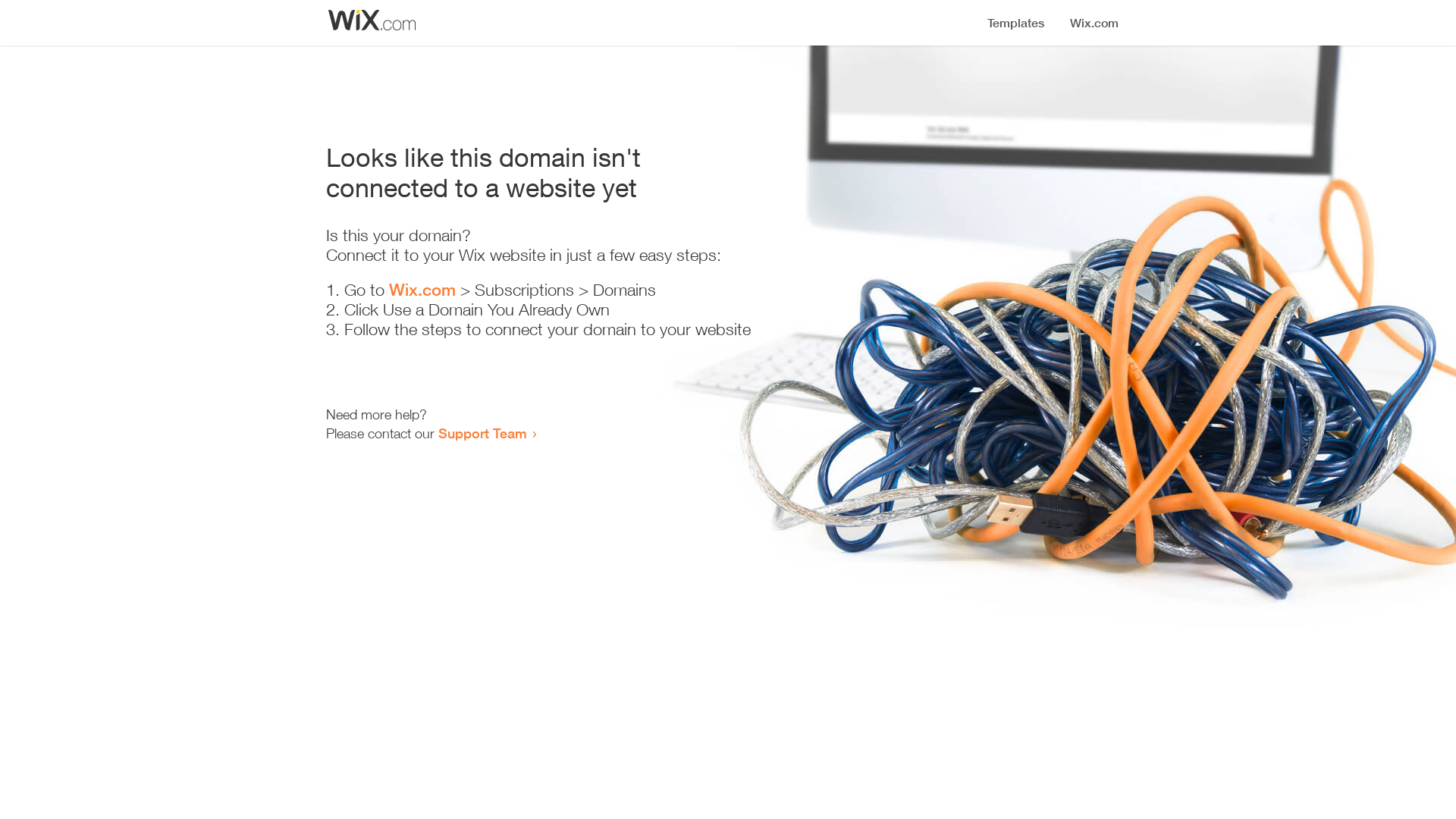 Image resolution: width=1456 pixels, height=819 pixels. Describe the element at coordinates (482, 432) in the screenshot. I see `'Support Team'` at that location.